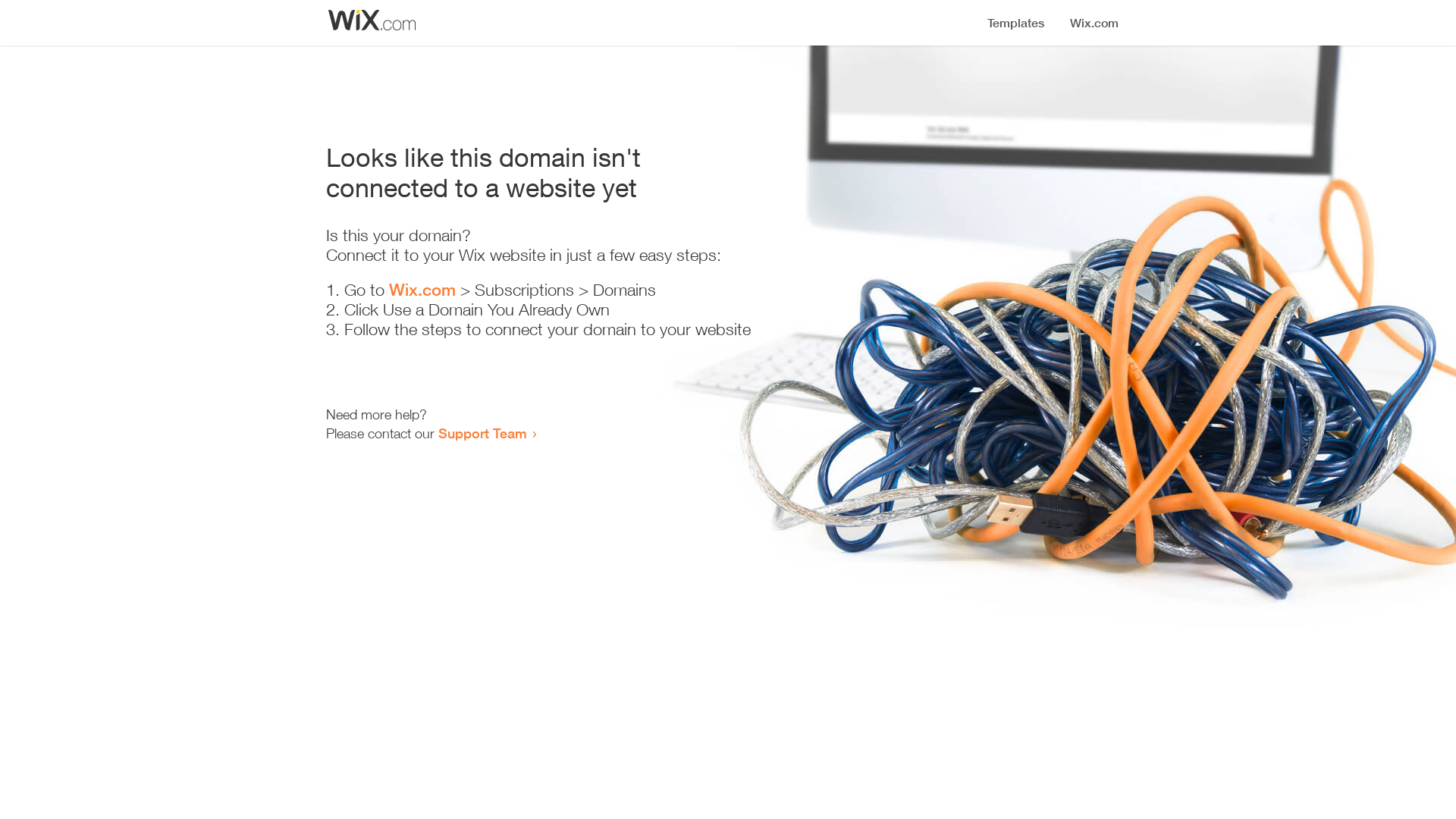 Image resolution: width=1456 pixels, height=819 pixels. Describe the element at coordinates (482, 432) in the screenshot. I see `'Support Team'` at that location.